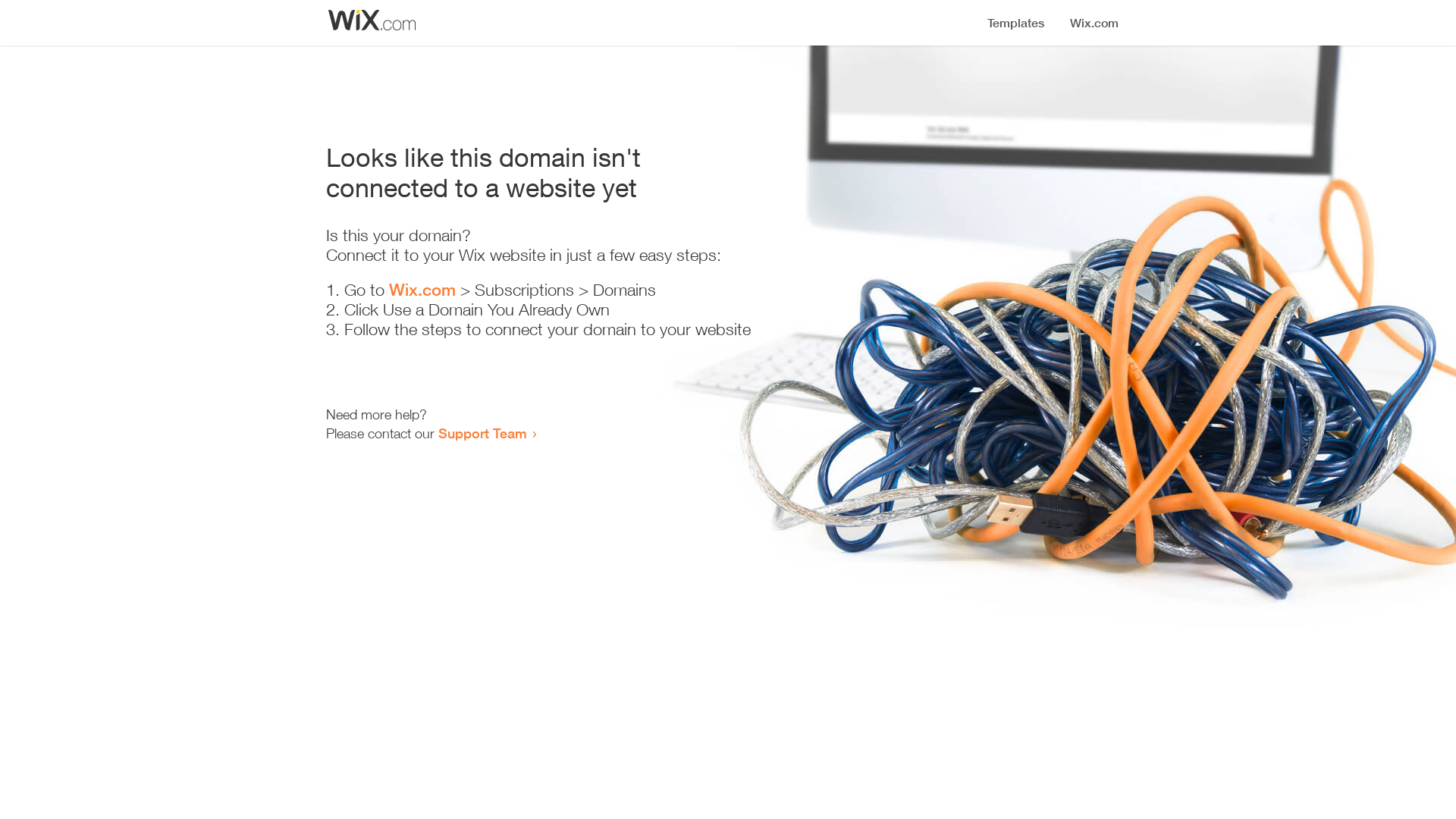 Image resolution: width=1456 pixels, height=819 pixels. Describe the element at coordinates (482, 432) in the screenshot. I see `'Support Team'` at that location.